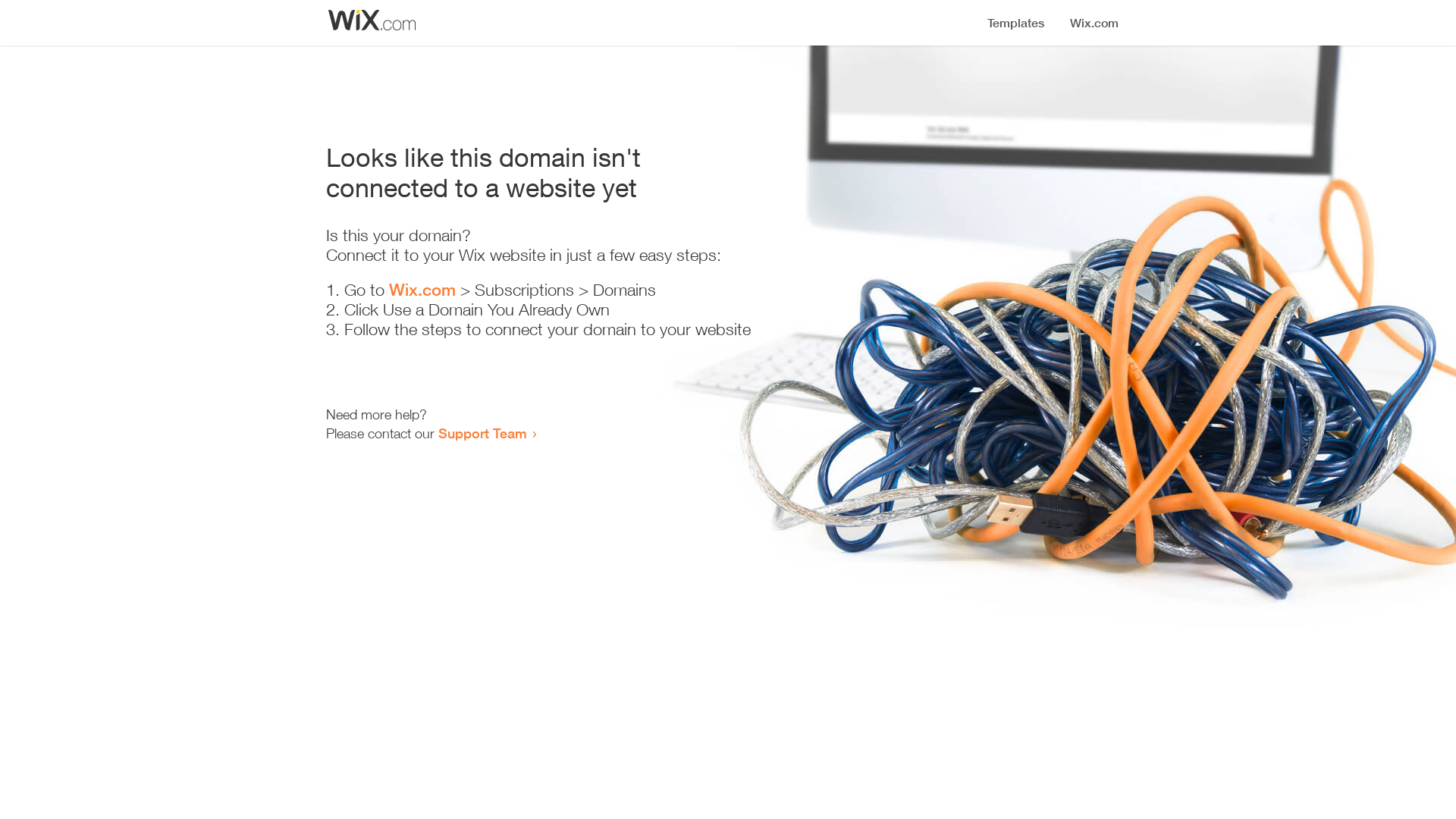 Image resolution: width=1456 pixels, height=819 pixels. Describe the element at coordinates (482, 432) in the screenshot. I see `'Support Team'` at that location.